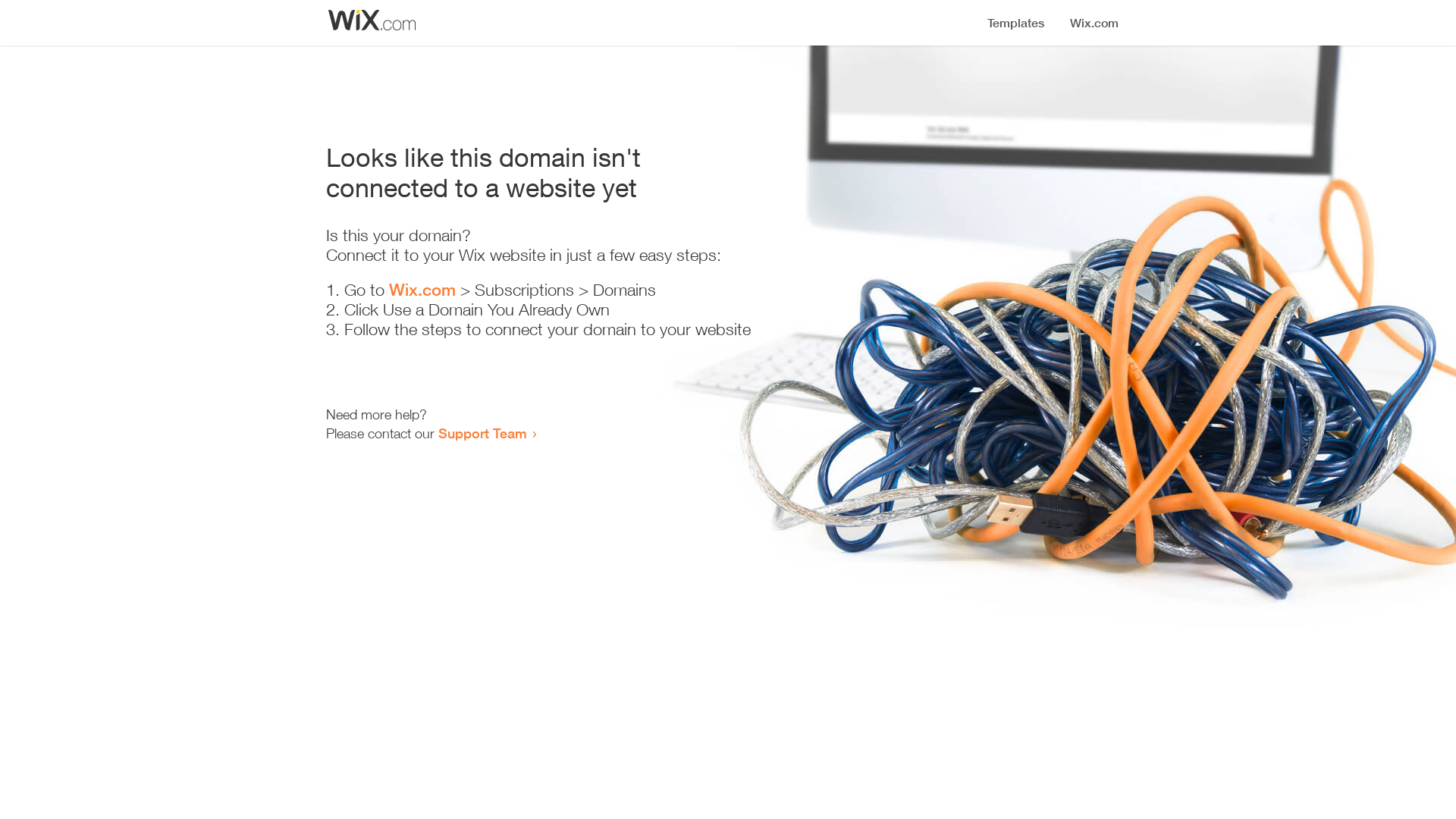 Image resolution: width=1456 pixels, height=819 pixels. Describe the element at coordinates (482, 432) in the screenshot. I see `'Support Team'` at that location.